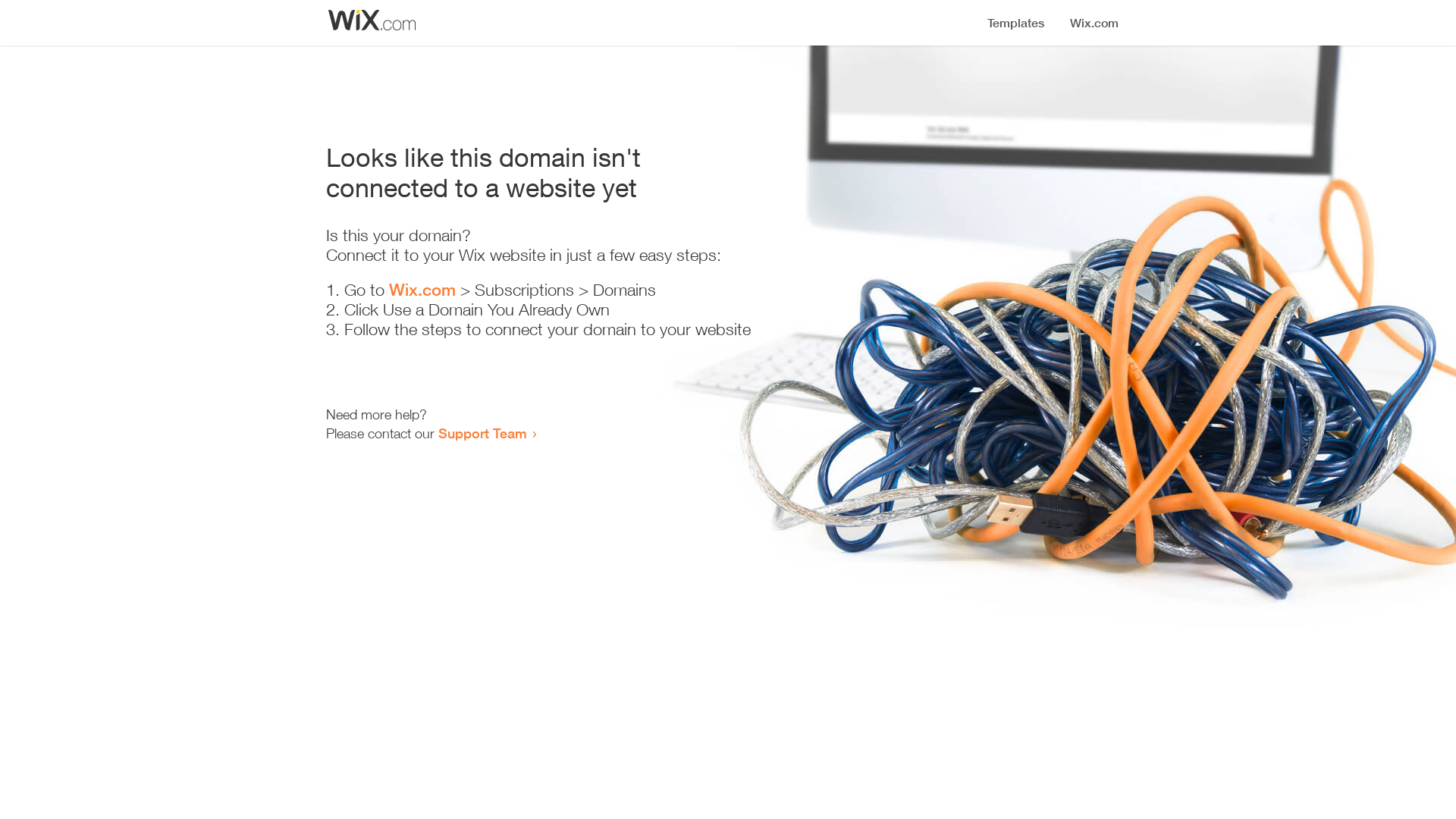 Image resolution: width=1456 pixels, height=819 pixels. Describe the element at coordinates (482, 432) in the screenshot. I see `'Support Team'` at that location.